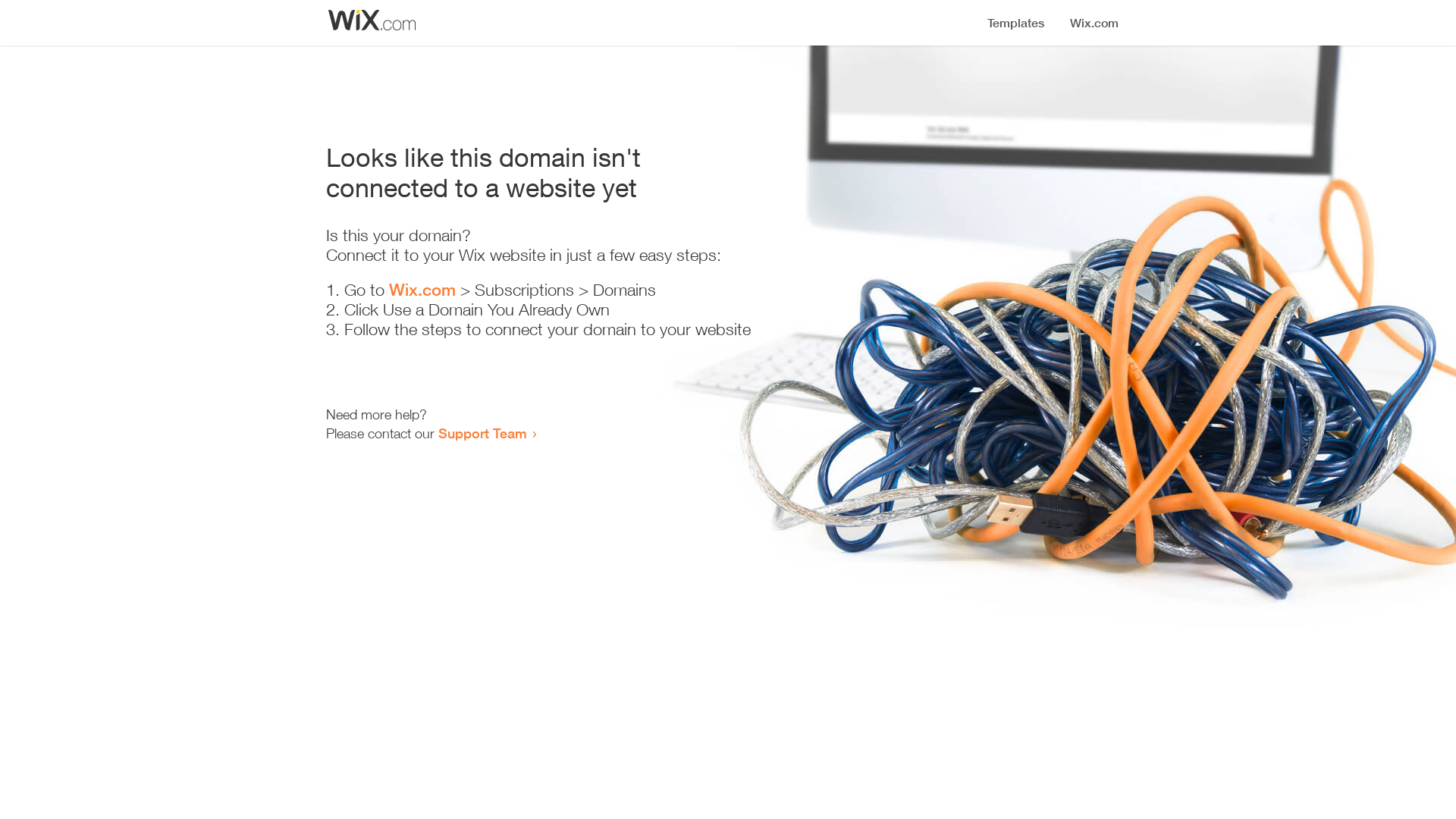 Image resolution: width=1456 pixels, height=819 pixels. Describe the element at coordinates (482, 432) in the screenshot. I see `'Support Team'` at that location.